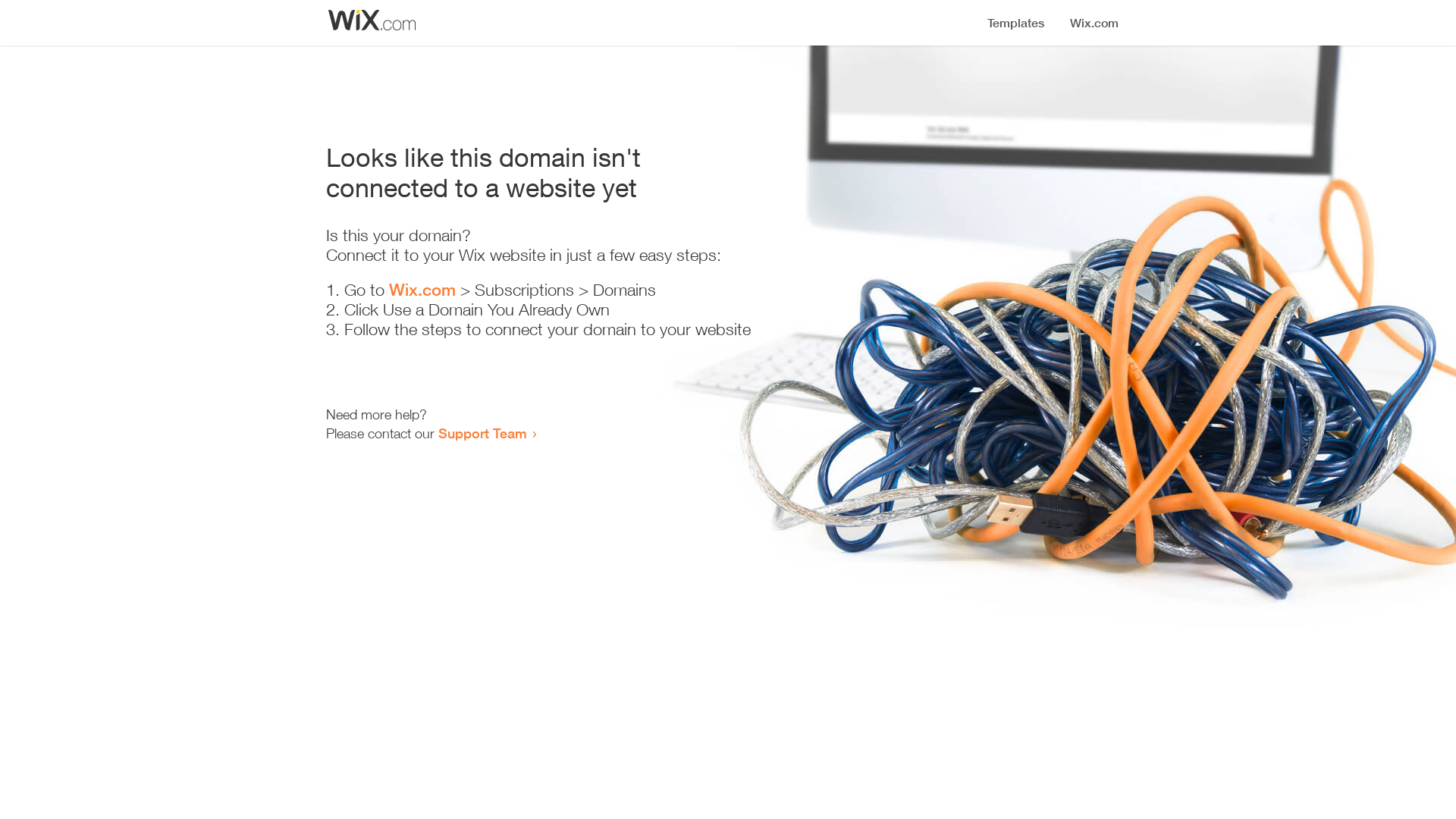 Image resolution: width=1456 pixels, height=819 pixels. Describe the element at coordinates (482, 432) in the screenshot. I see `'Support Team'` at that location.